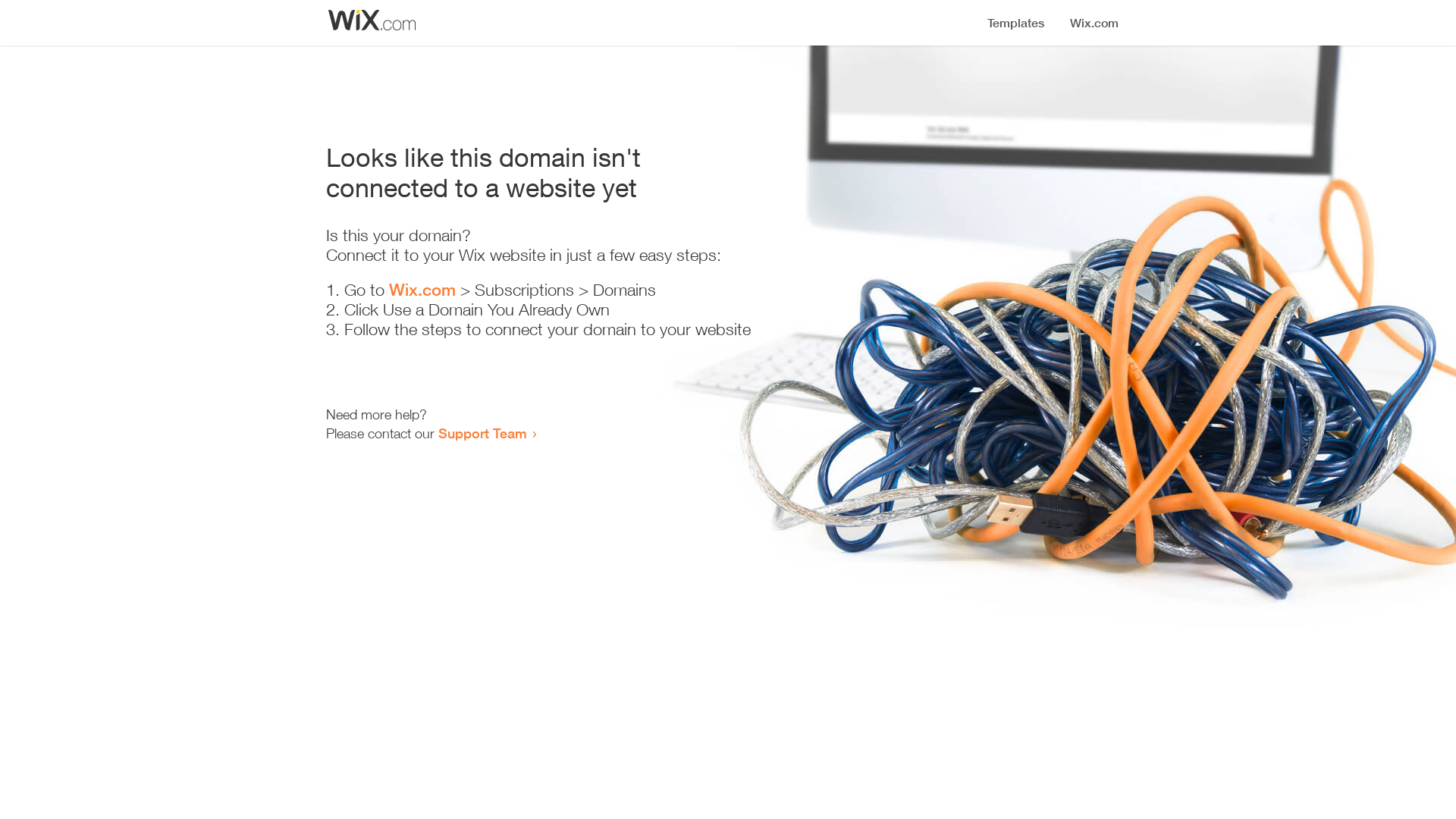 Image resolution: width=1456 pixels, height=819 pixels. Describe the element at coordinates (482, 432) in the screenshot. I see `'Support Team'` at that location.